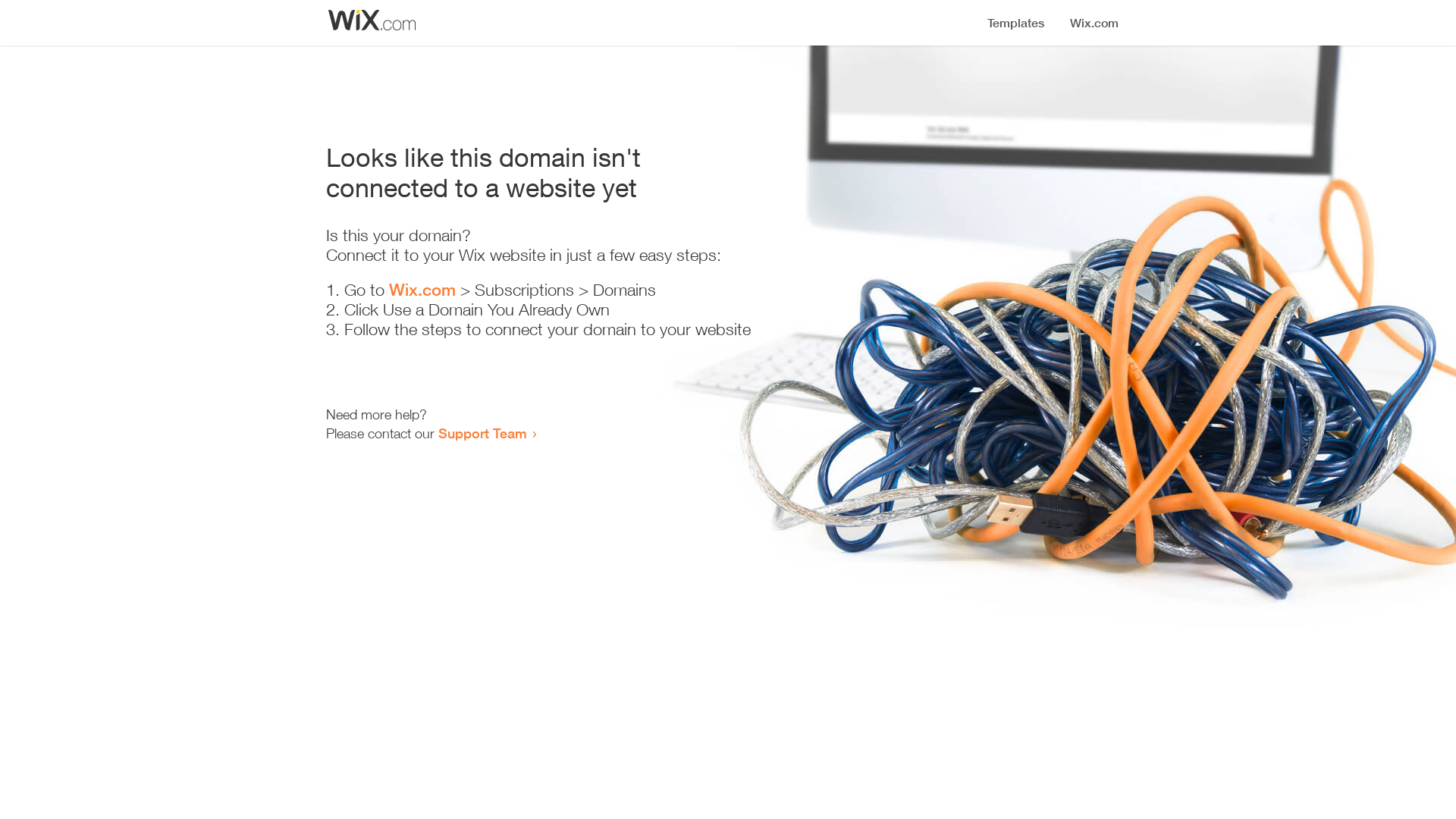 Image resolution: width=1456 pixels, height=819 pixels. Describe the element at coordinates (482, 432) in the screenshot. I see `'Support Team'` at that location.